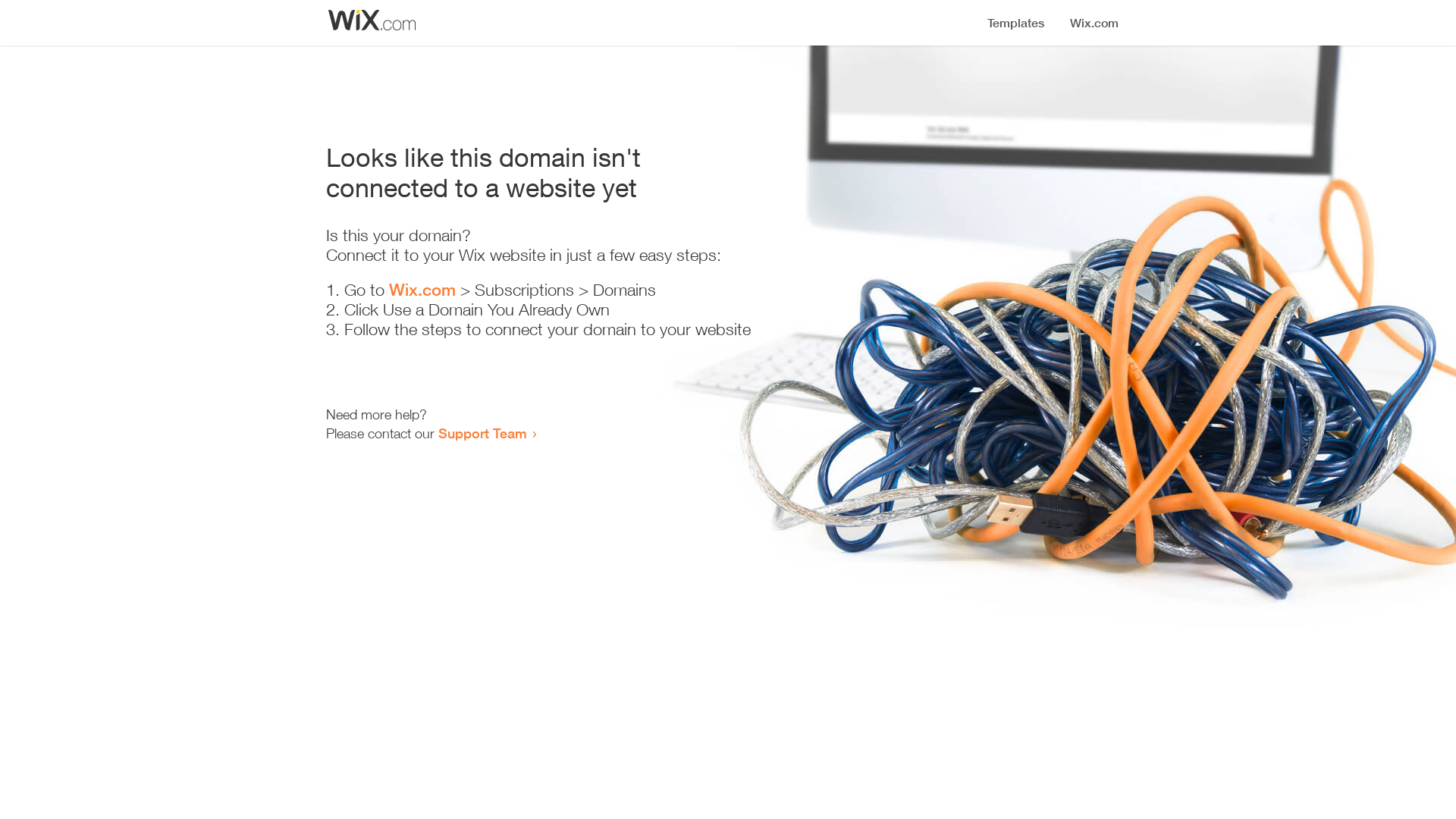 Image resolution: width=1456 pixels, height=819 pixels. Describe the element at coordinates (482, 432) in the screenshot. I see `'Support Team'` at that location.